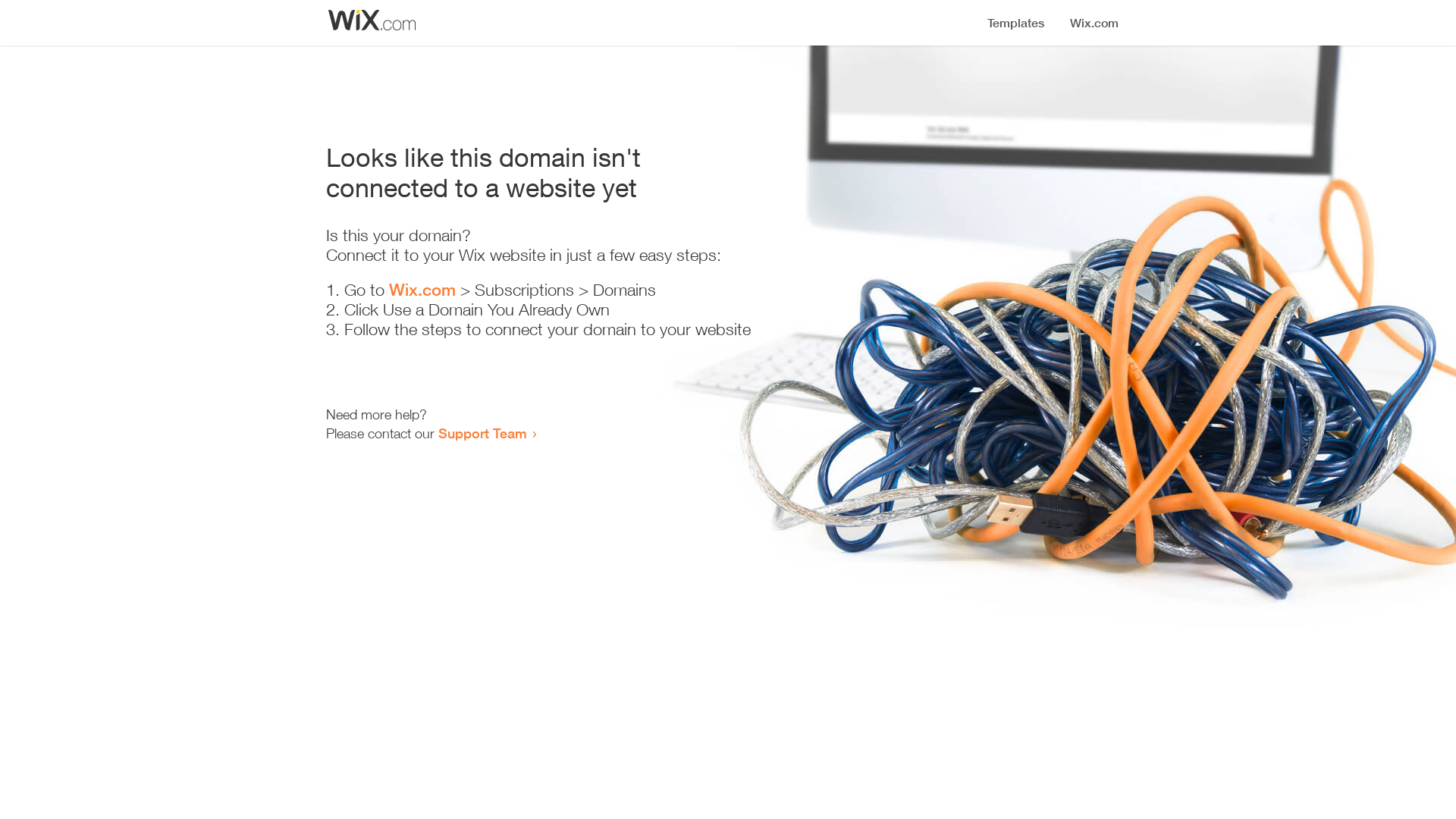 Image resolution: width=1456 pixels, height=819 pixels. Describe the element at coordinates (482, 432) in the screenshot. I see `'Support Team'` at that location.